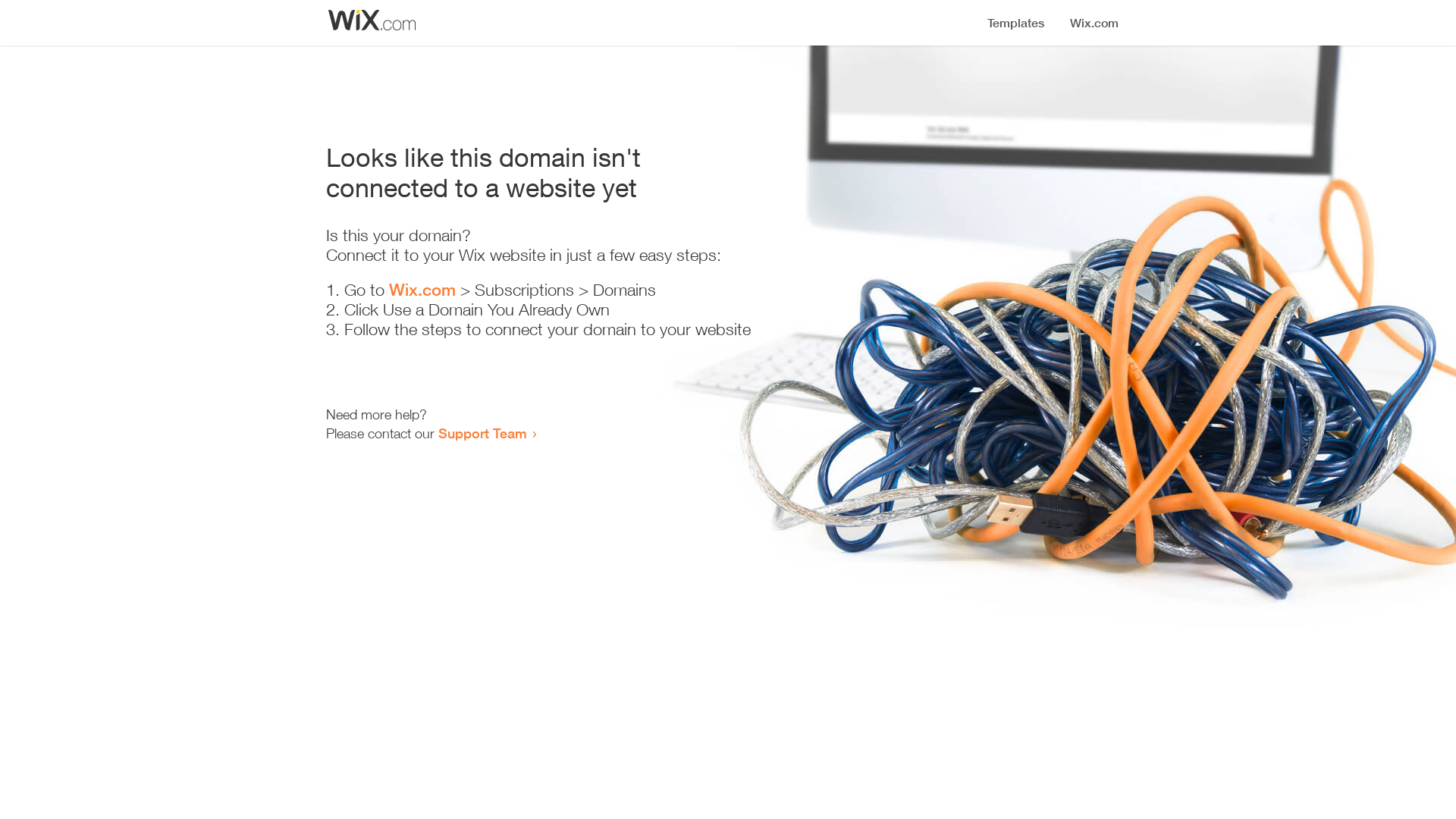 Image resolution: width=1456 pixels, height=819 pixels. Describe the element at coordinates (482, 432) in the screenshot. I see `'Support Team'` at that location.